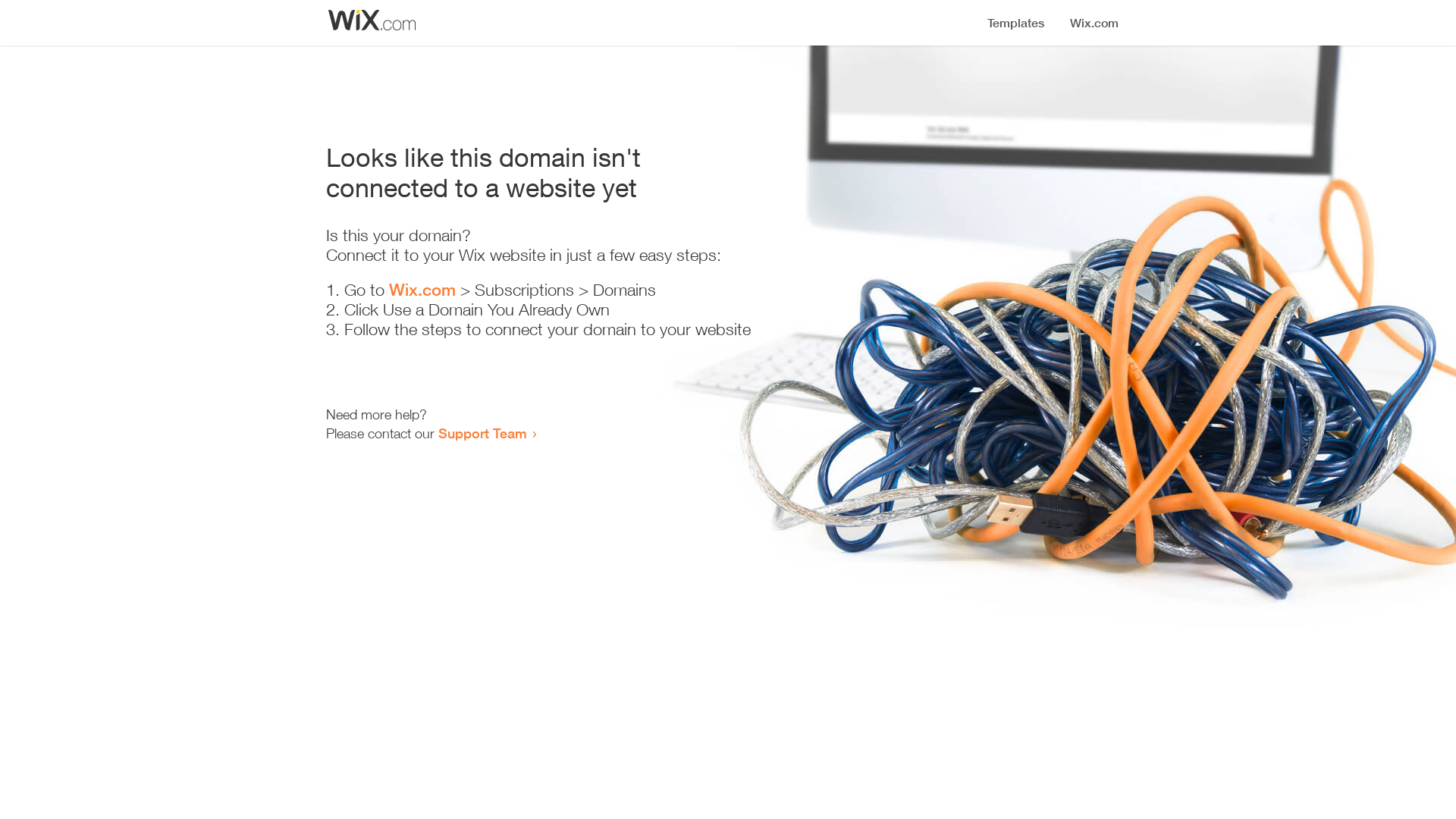 Image resolution: width=1456 pixels, height=819 pixels. Describe the element at coordinates (482, 432) in the screenshot. I see `'Support Team'` at that location.